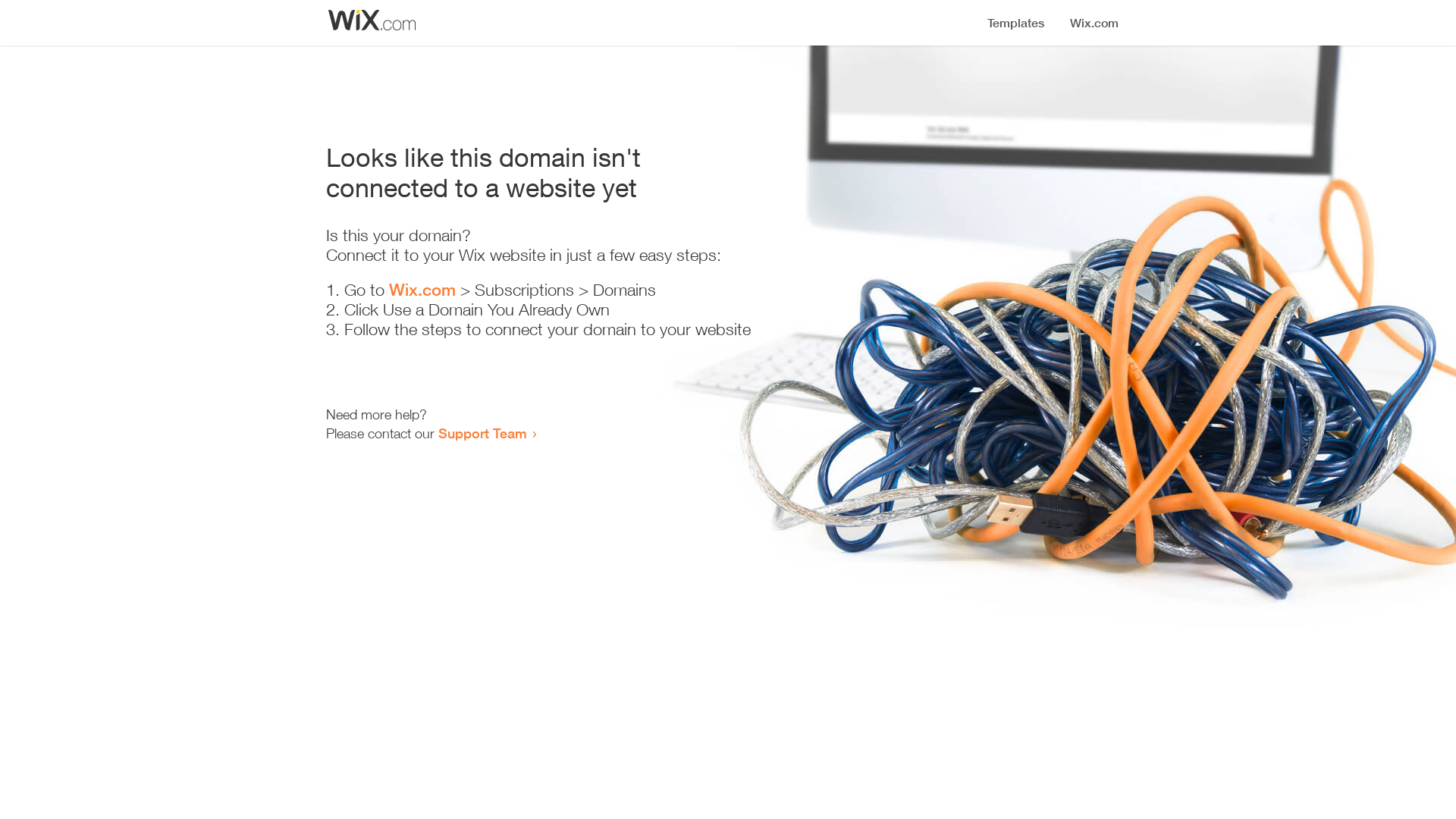 Image resolution: width=1456 pixels, height=819 pixels. Describe the element at coordinates (482, 432) in the screenshot. I see `'Support Team'` at that location.